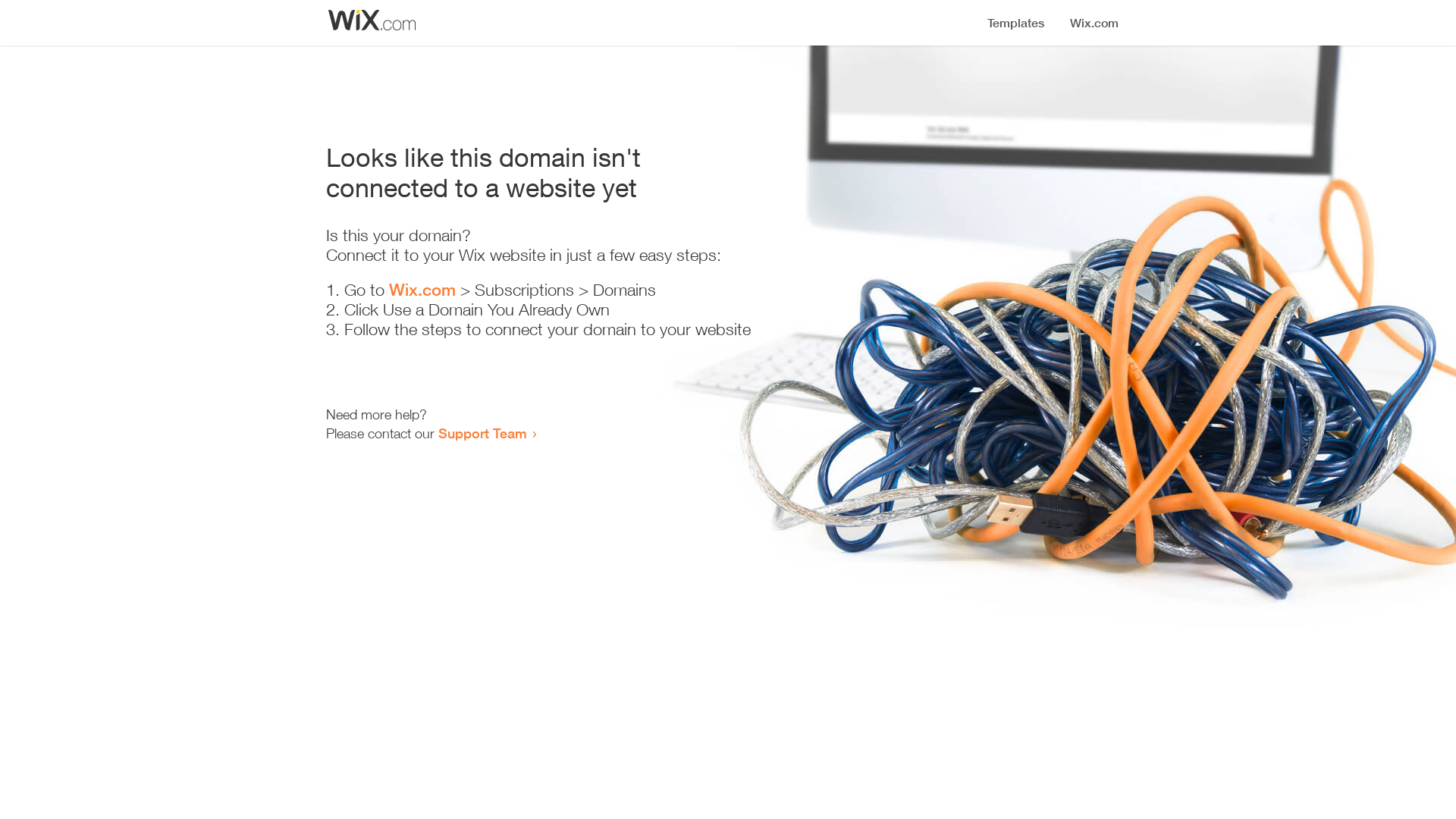 Image resolution: width=1456 pixels, height=819 pixels. Describe the element at coordinates (482, 432) in the screenshot. I see `'Support Team'` at that location.